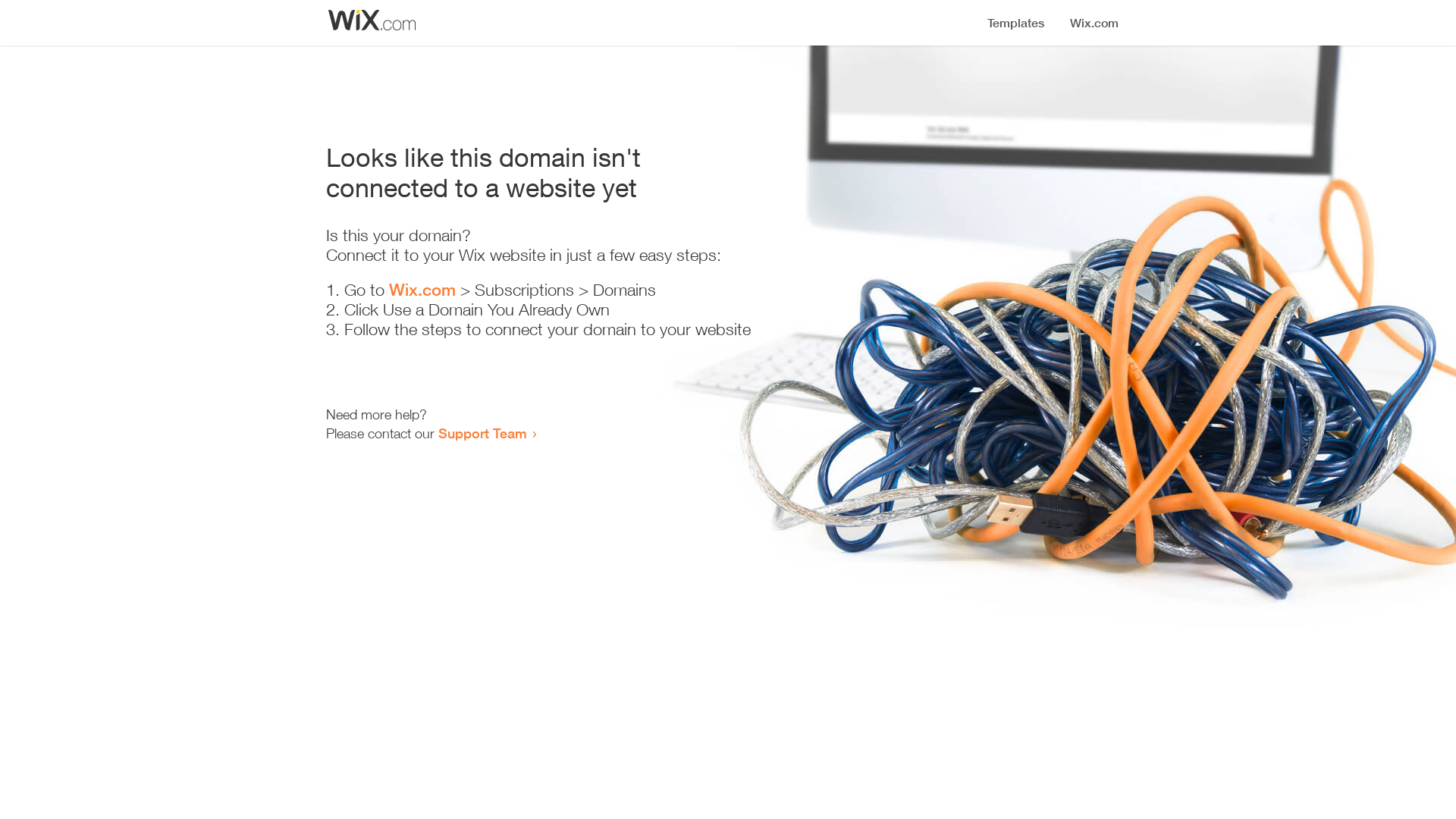 Image resolution: width=1456 pixels, height=819 pixels. Describe the element at coordinates (482, 432) in the screenshot. I see `'Support Team'` at that location.